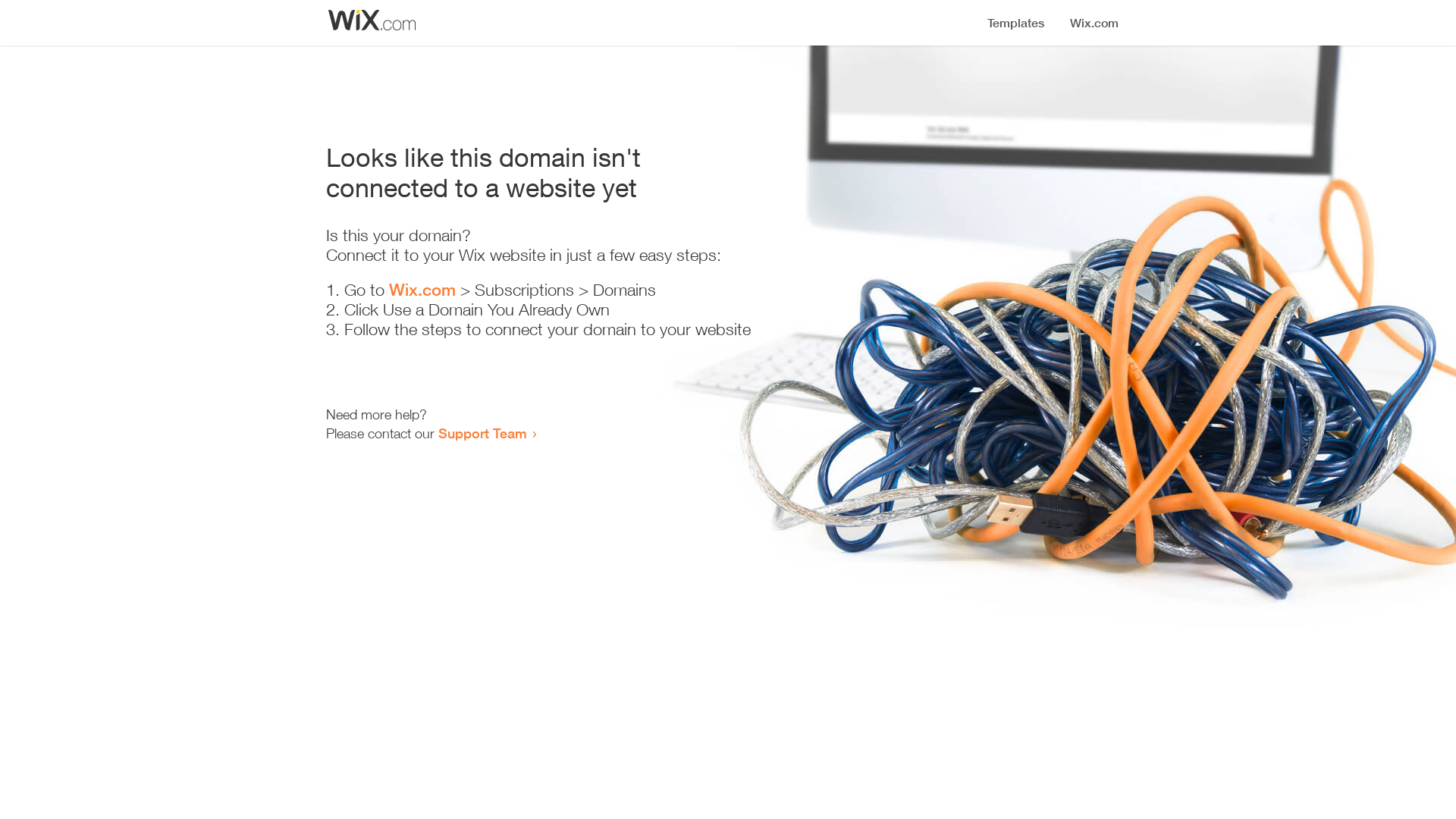 Image resolution: width=1456 pixels, height=819 pixels. Describe the element at coordinates (482, 432) in the screenshot. I see `'Support Team'` at that location.